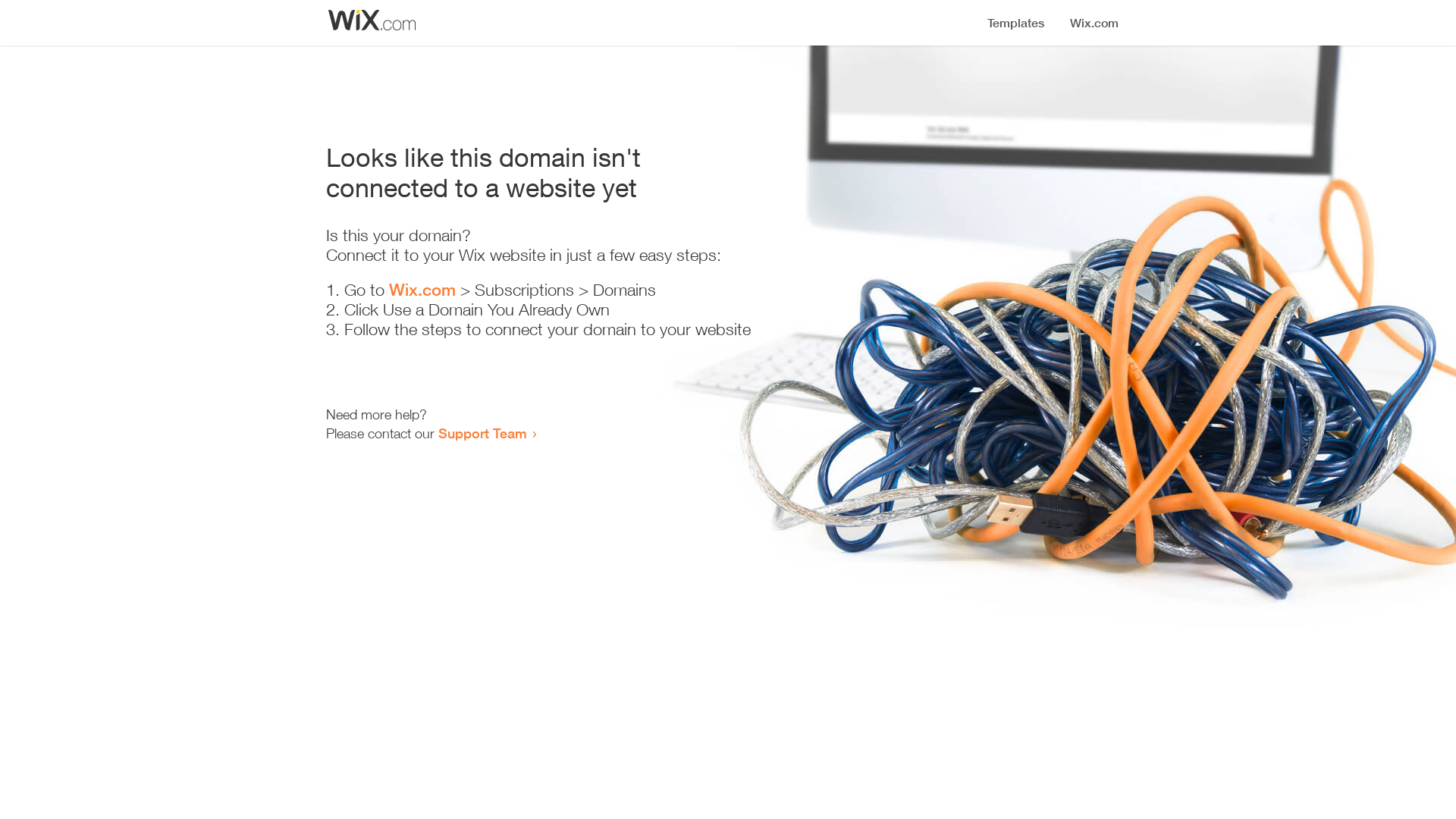 Image resolution: width=1456 pixels, height=819 pixels. Describe the element at coordinates (482, 432) in the screenshot. I see `'Support Team'` at that location.